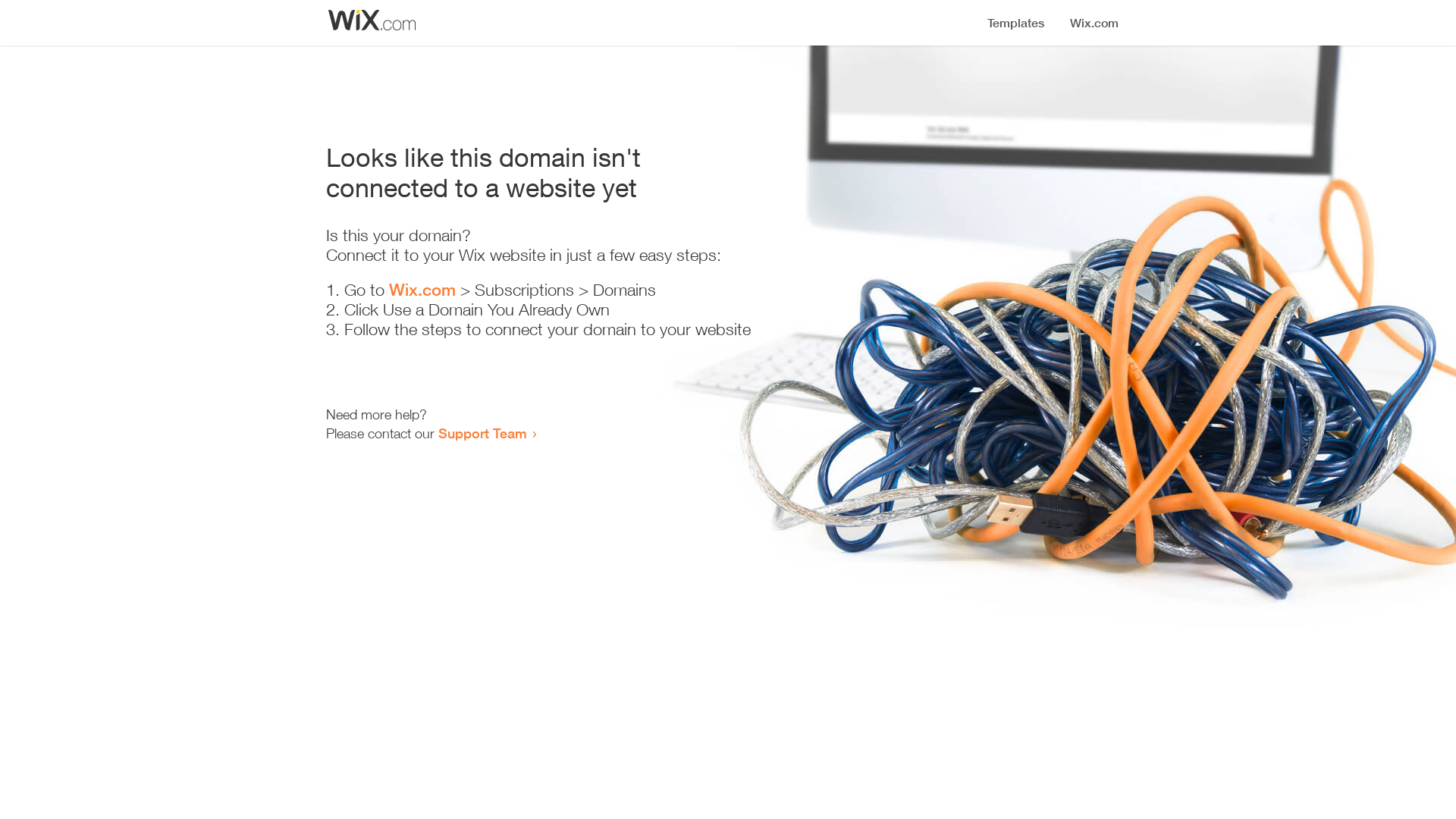 Image resolution: width=1456 pixels, height=819 pixels. Describe the element at coordinates (482, 432) in the screenshot. I see `'Support Team'` at that location.